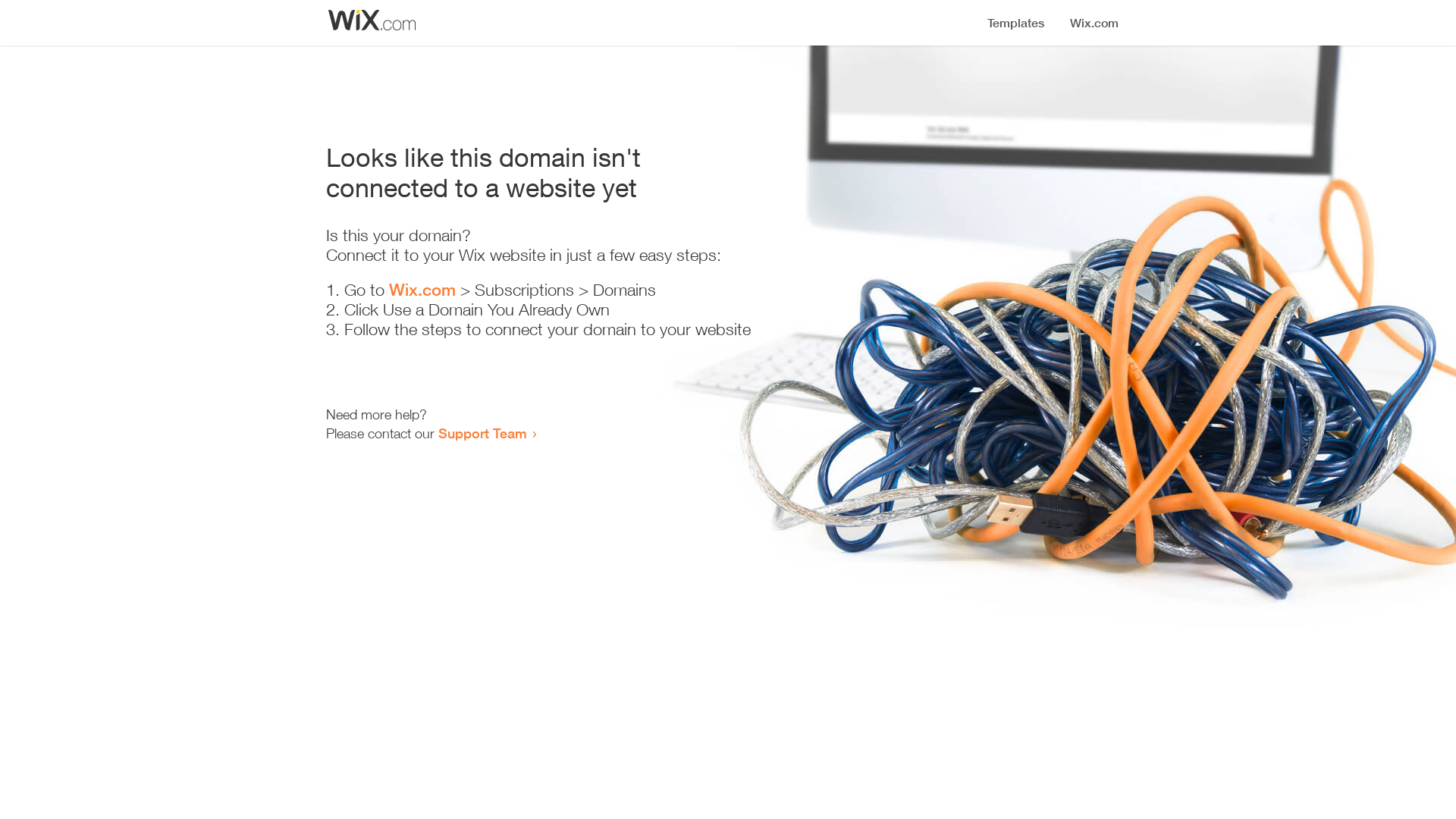 Image resolution: width=1456 pixels, height=819 pixels. Describe the element at coordinates (482, 432) in the screenshot. I see `'Support Team'` at that location.